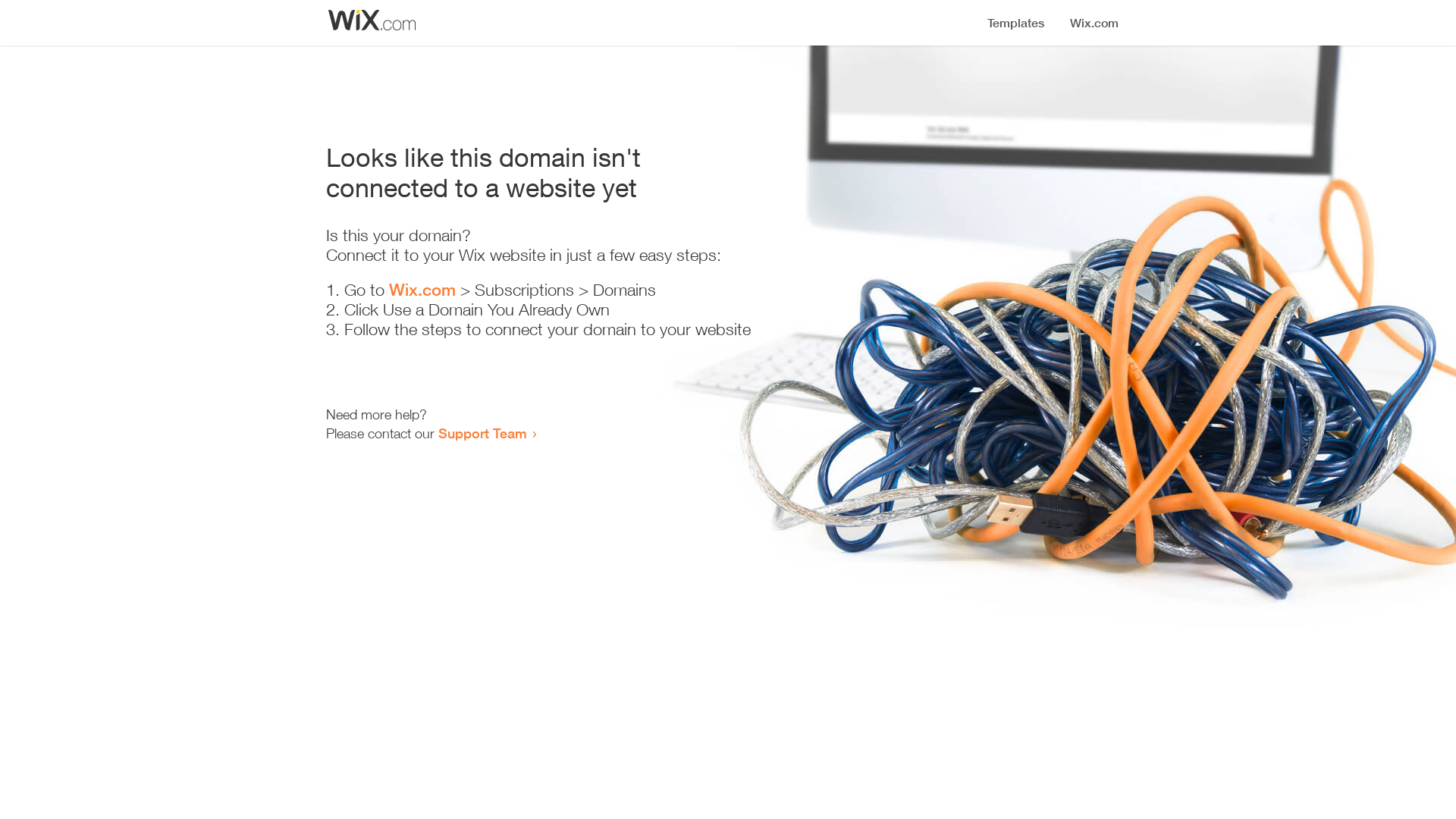 Image resolution: width=1456 pixels, height=819 pixels. Describe the element at coordinates (482, 432) in the screenshot. I see `'Support Team'` at that location.